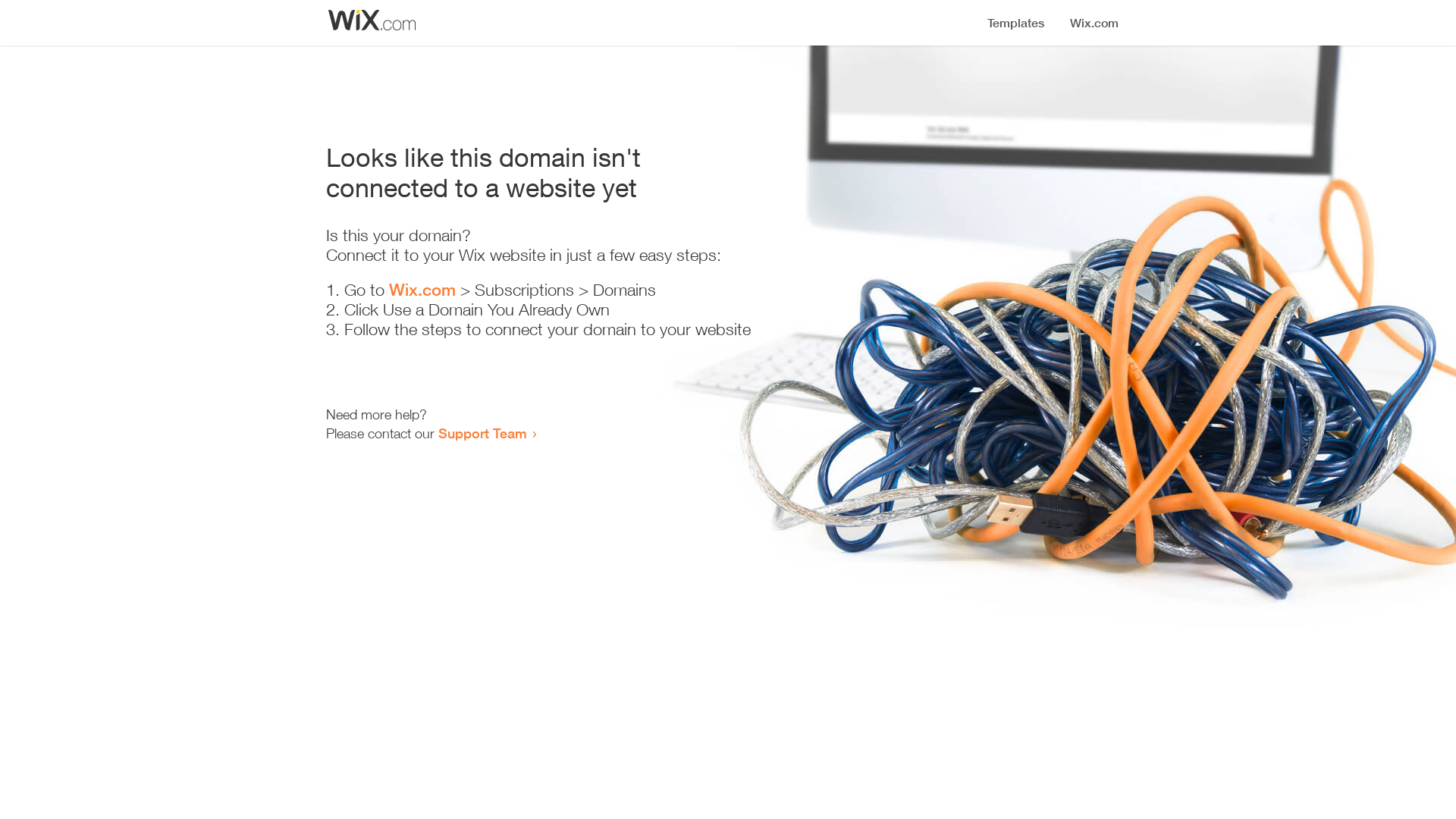 Image resolution: width=1456 pixels, height=819 pixels. Describe the element at coordinates (482, 432) in the screenshot. I see `'Support Team'` at that location.